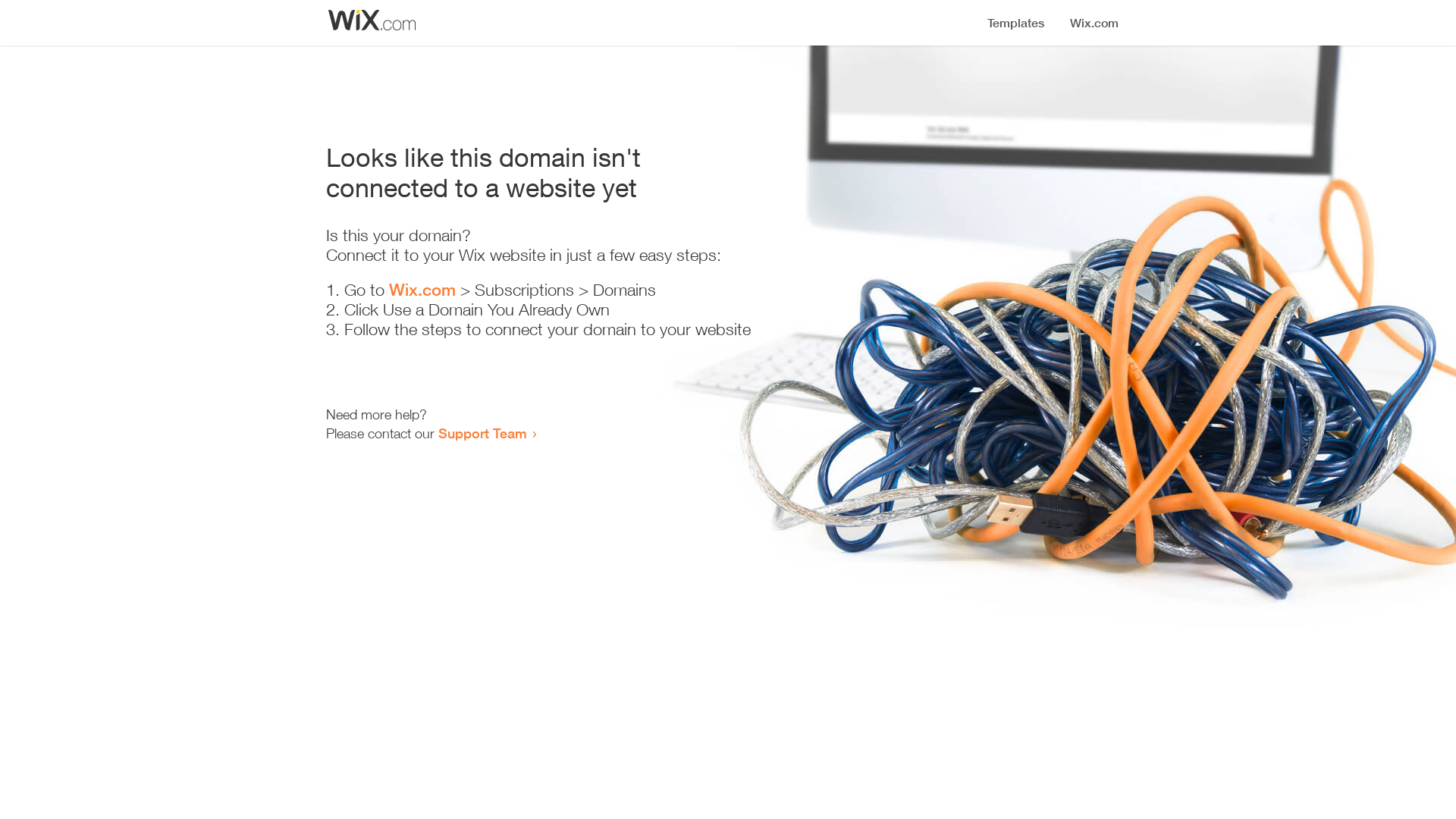 Image resolution: width=1456 pixels, height=819 pixels. Describe the element at coordinates (482, 432) in the screenshot. I see `'Support Team'` at that location.